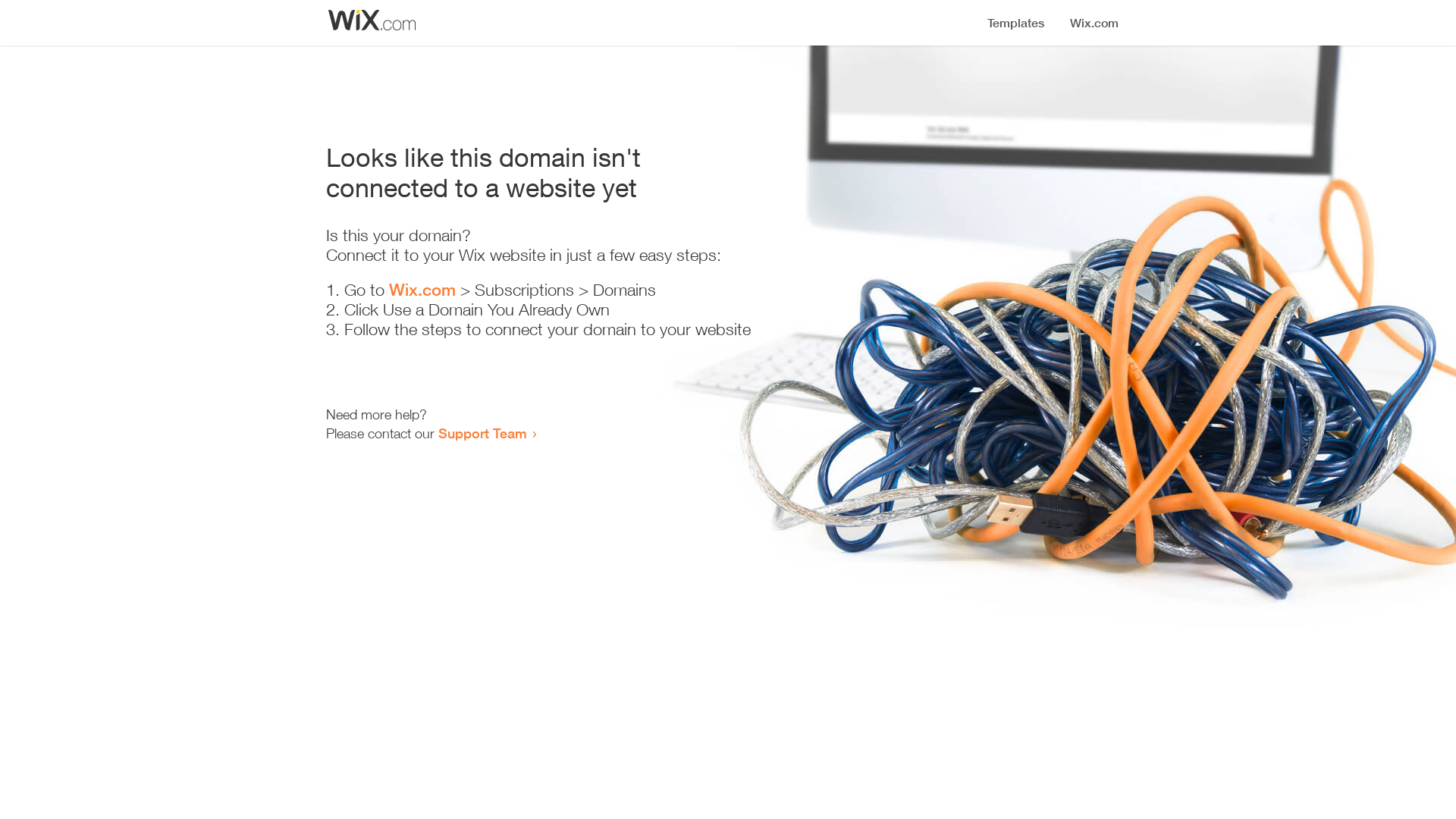 Image resolution: width=1456 pixels, height=819 pixels. Describe the element at coordinates (482, 432) in the screenshot. I see `'Support Team'` at that location.